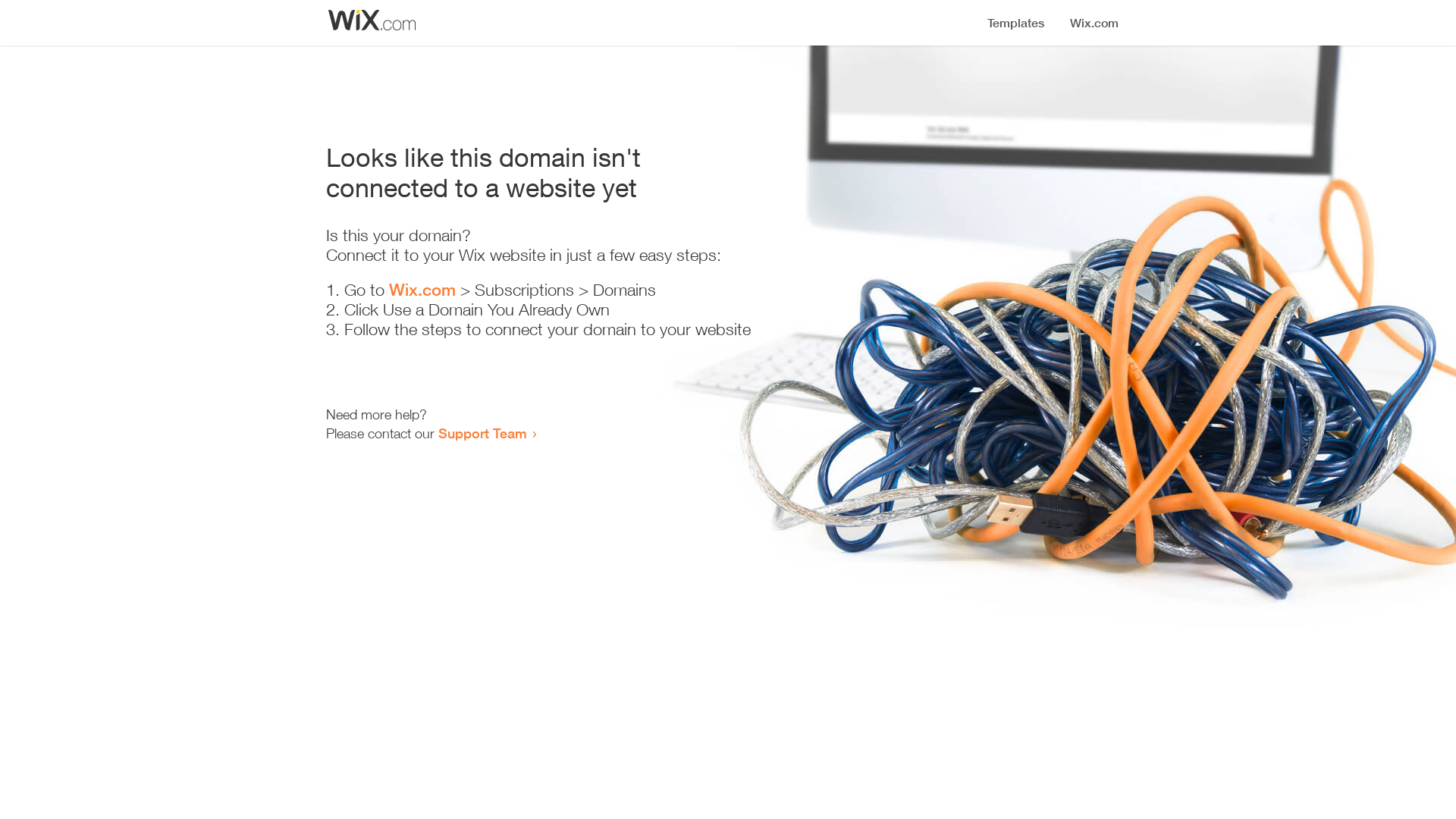 Image resolution: width=1456 pixels, height=819 pixels. Describe the element at coordinates (482, 432) in the screenshot. I see `'Support Team'` at that location.